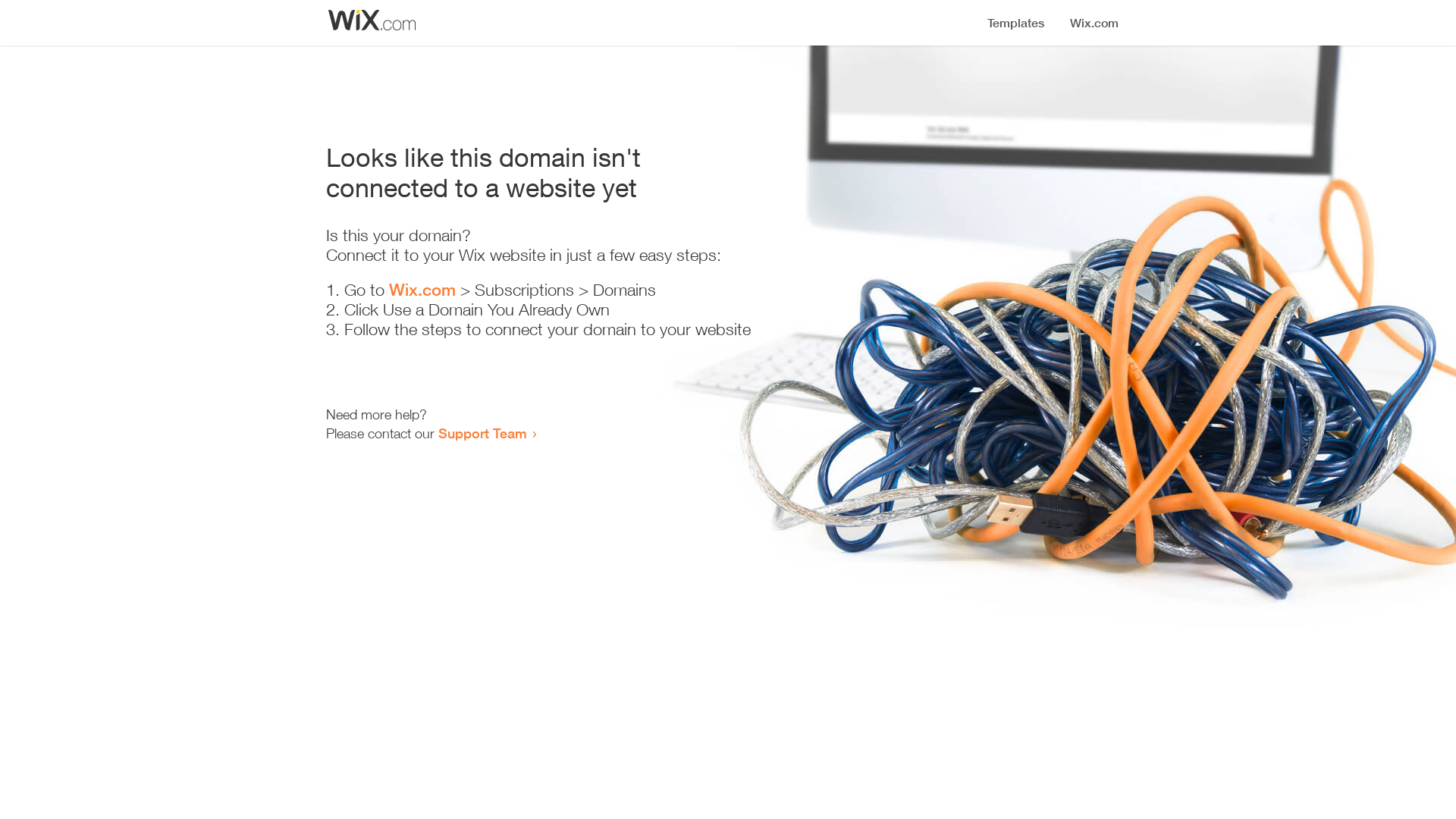 Image resolution: width=1456 pixels, height=819 pixels. Describe the element at coordinates (482, 432) in the screenshot. I see `'Support Team'` at that location.